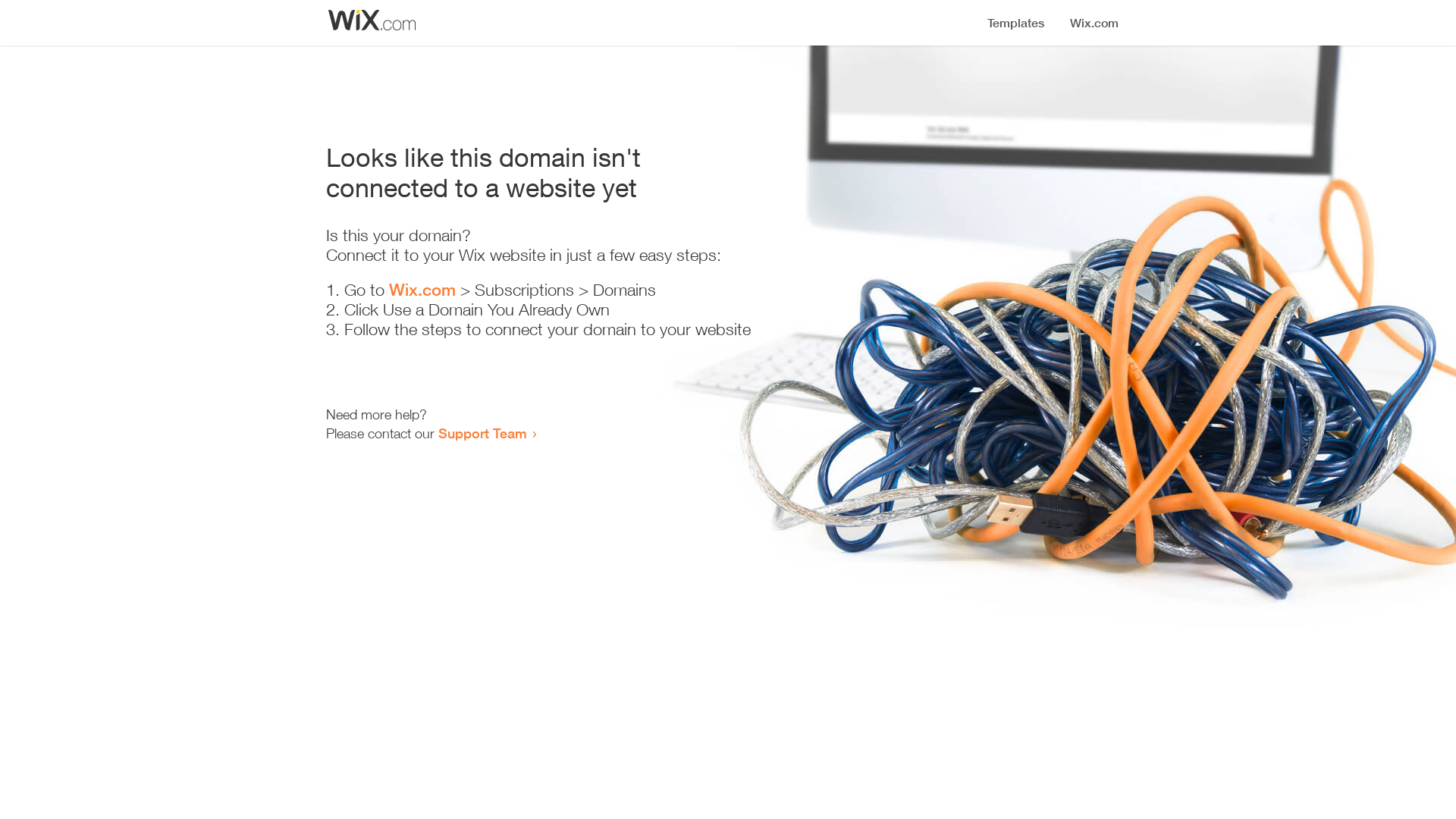 Image resolution: width=1456 pixels, height=819 pixels. Describe the element at coordinates (482, 432) in the screenshot. I see `'Support Team'` at that location.